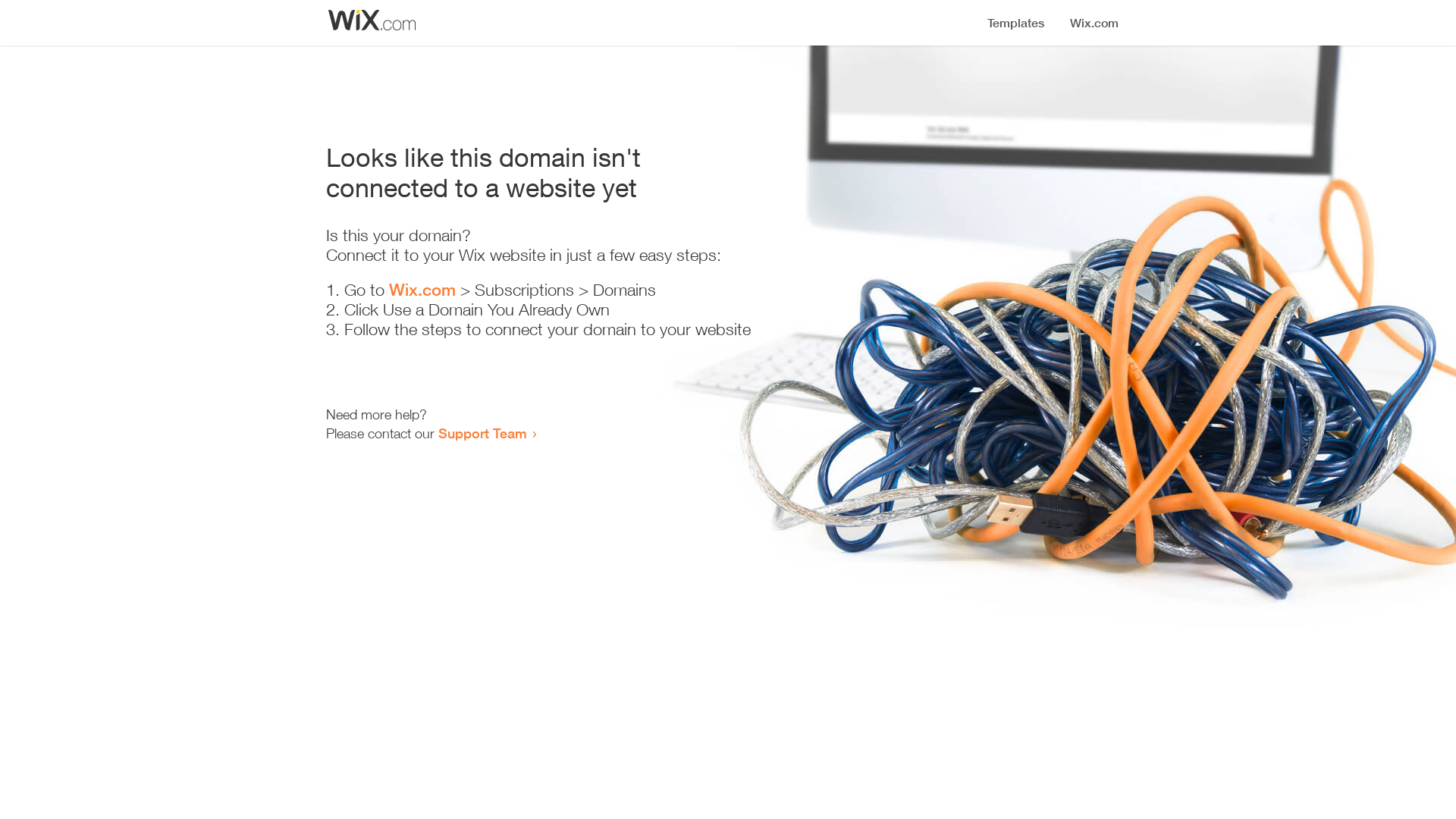 Image resolution: width=1456 pixels, height=819 pixels. Describe the element at coordinates (482, 432) in the screenshot. I see `'Support Team'` at that location.